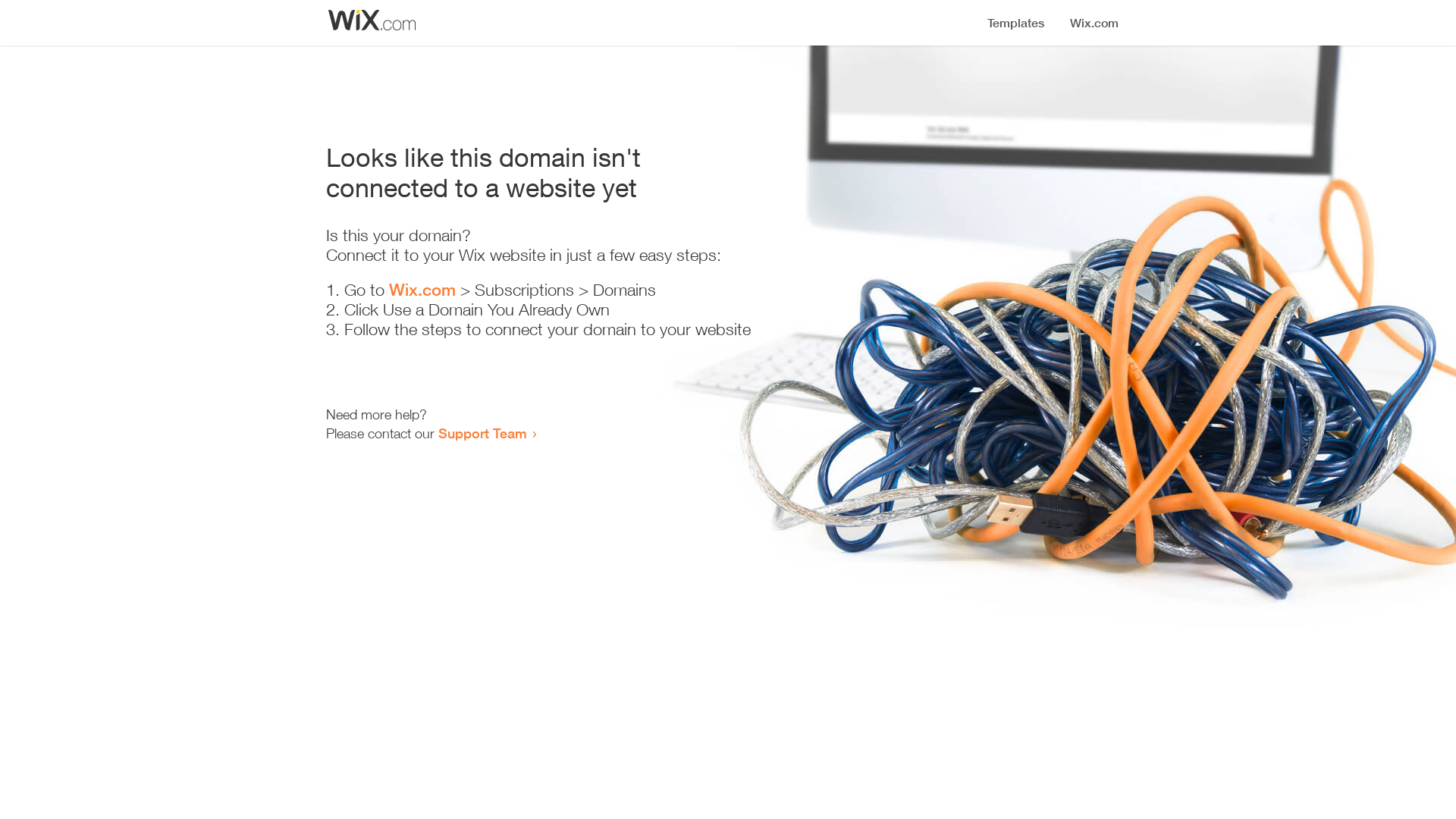 Image resolution: width=1456 pixels, height=819 pixels. Describe the element at coordinates (482, 432) in the screenshot. I see `'Support Team'` at that location.